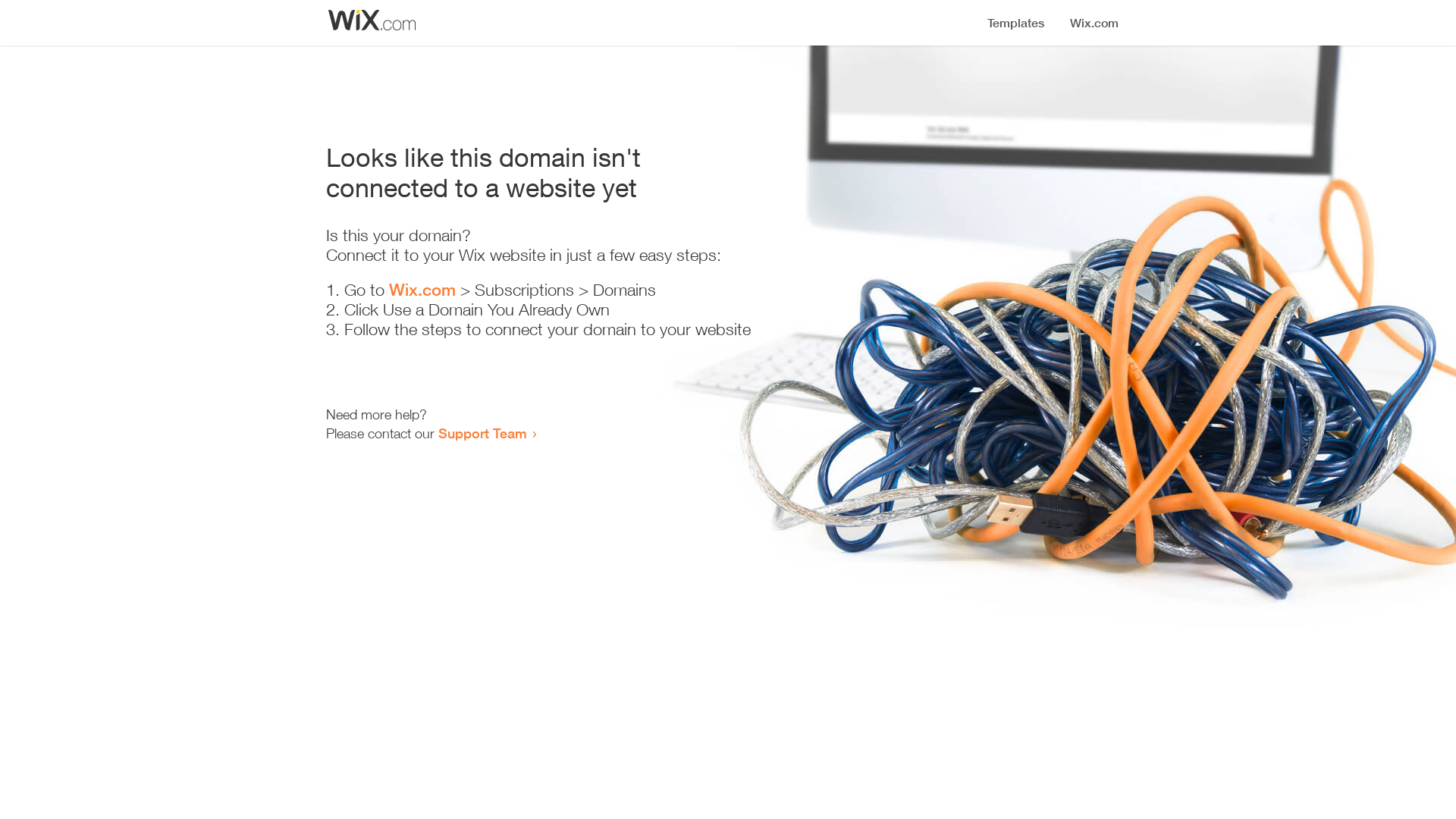 Image resolution: width=1456 pixels, height=819 pixels. Describe the element at coordinates (482, 432) in the screenshot. I see `'Support Team'` at that location.